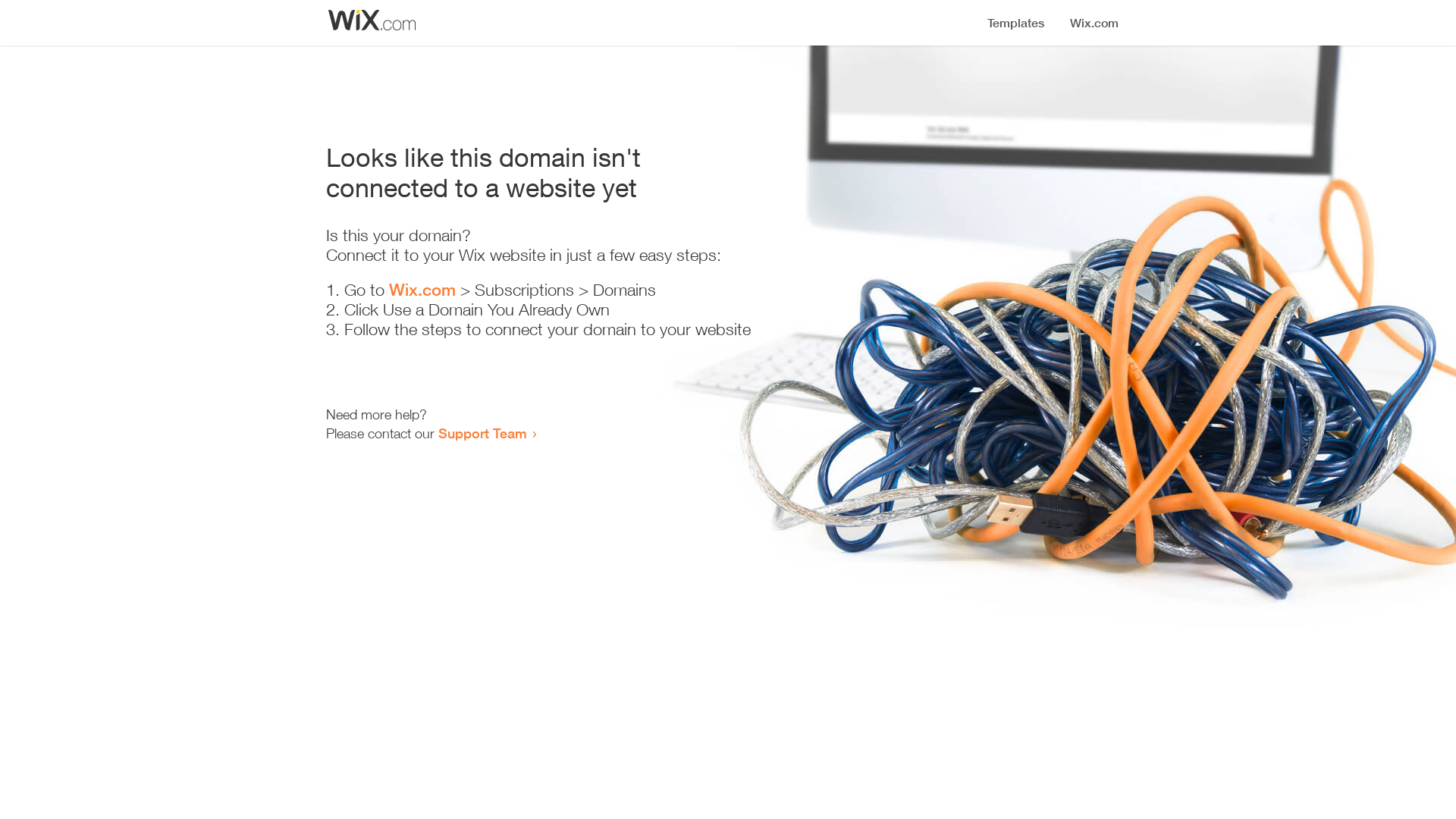 Image resolution: width=1456 pixels, height=819 pixels. Describe the element at coordinates (482, 432) in the screenshot. I see `'Support Team'` at that location.